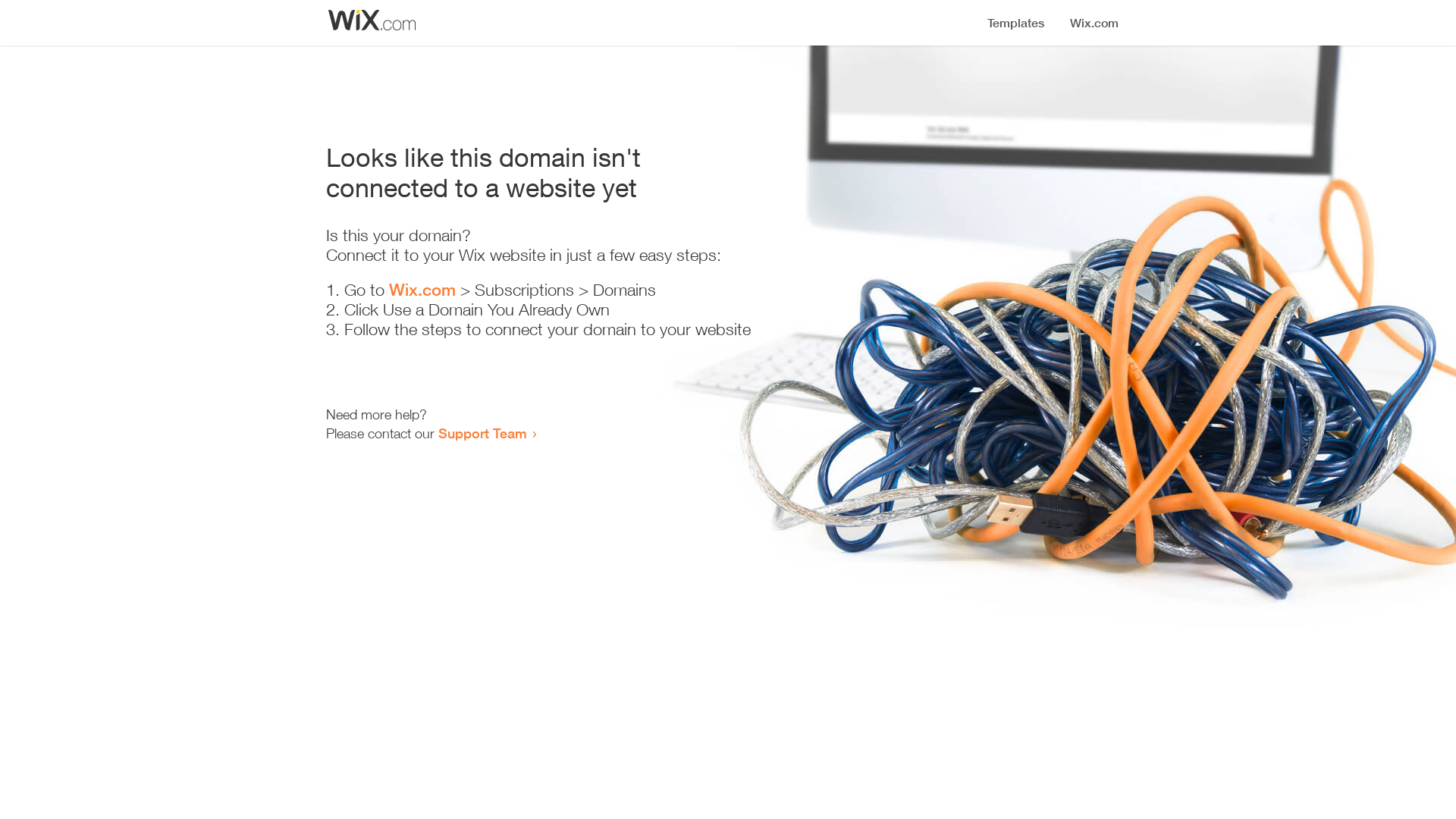 Image resolution: width=1456 pixels, height=819 pixels. Describe the element at coordinates (482, 432) in the screenshot. I see `'Support Team'` at that location.